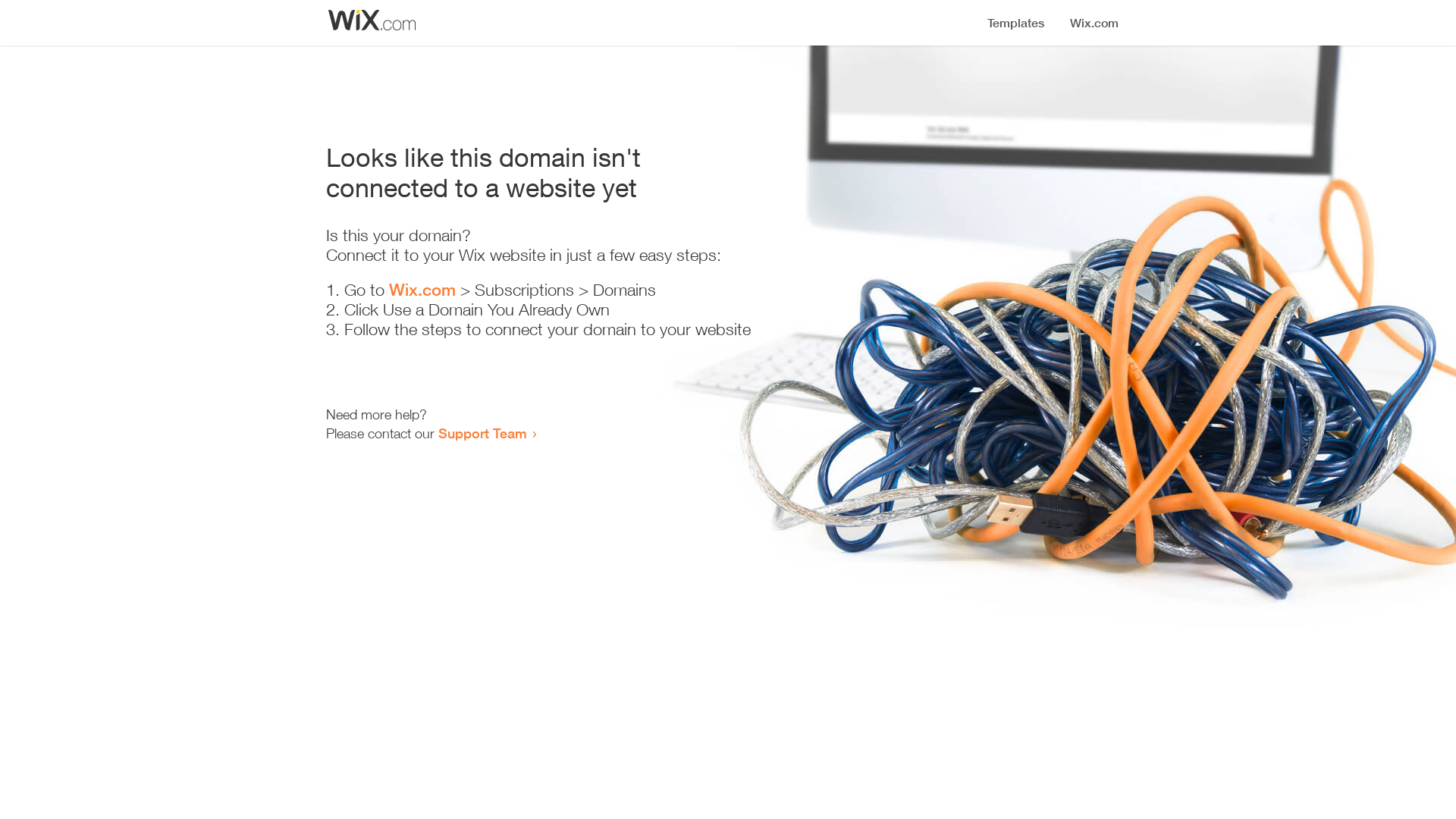 Image resolution: width=1456 pixels, height=819 pixels. Describe the element at coordinates (482, 432) in the screenshot. I see `'Support Team'` at that location.